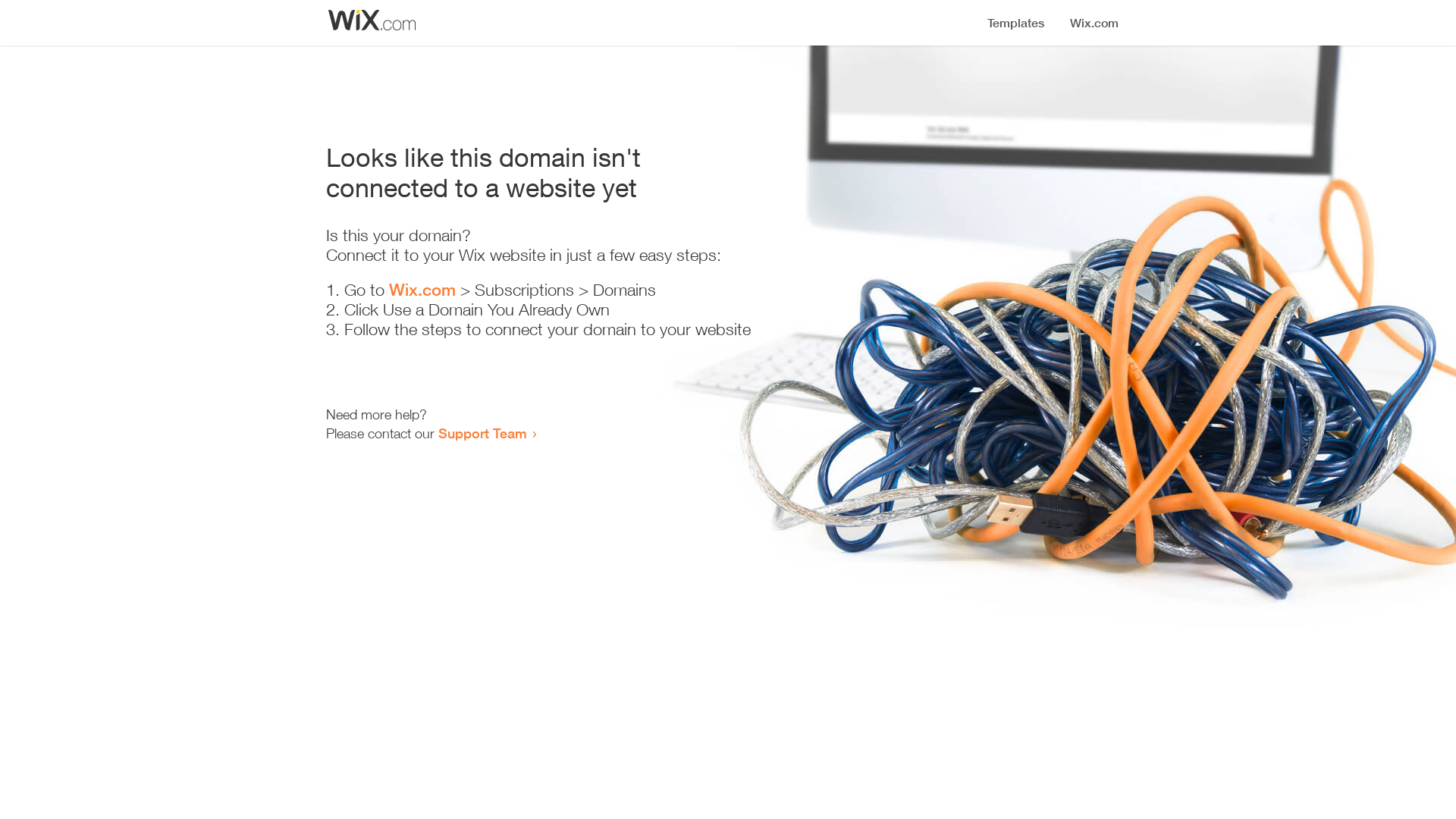 Image resolution: width=1456 pixels, height=819 pixels. Describe the element at coordinates (482, 432) in the screenshot. I see `'Support Team'` at that location.